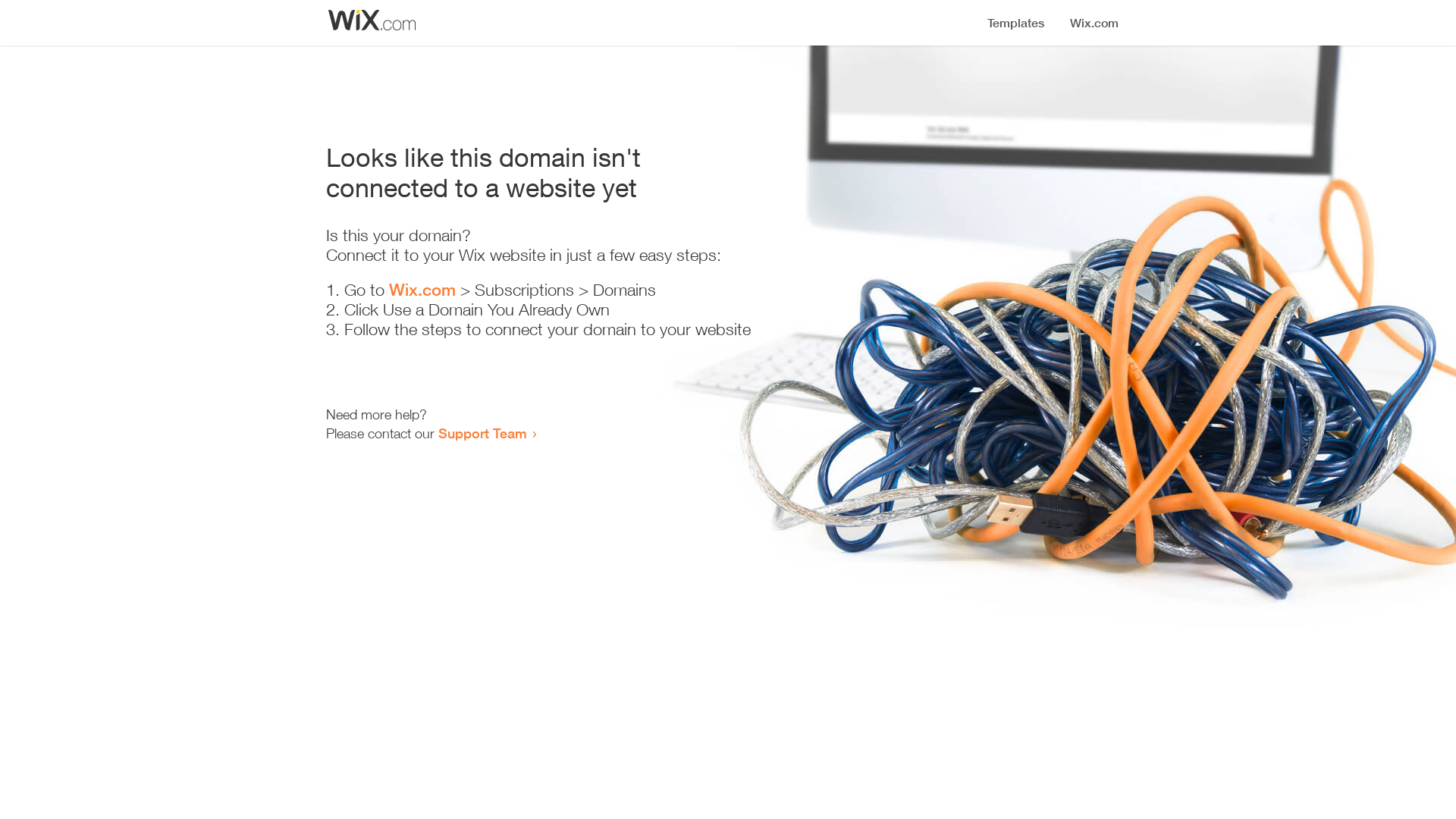 Image resolution: width=1456 pixels, height=819 pixels. Describe the element at coordinates (482, 432) in the screenshot. I see `'Support Team'` at that location.